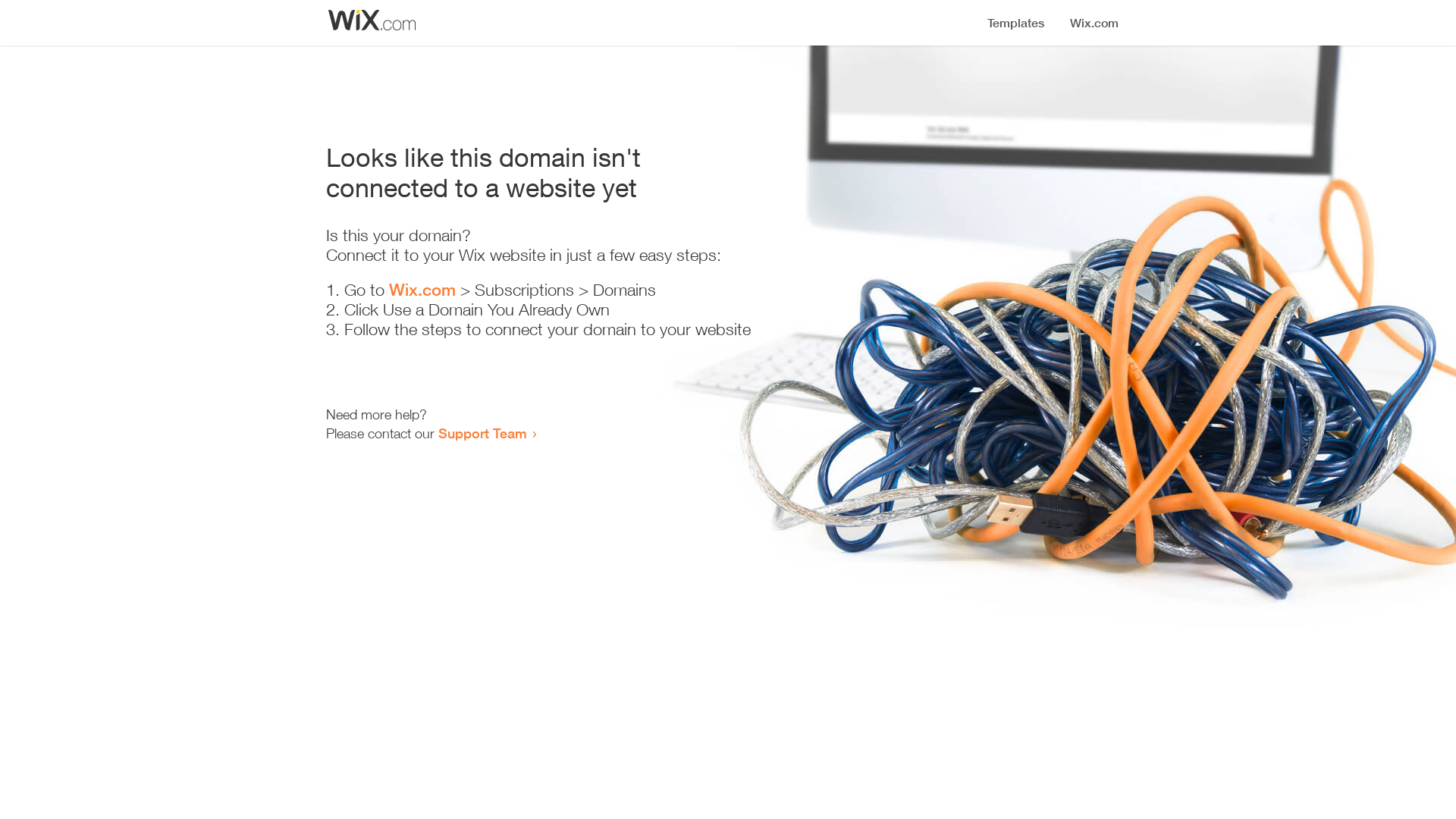 Image resolution: width=1456 pixels, height=819 pixels. Describe the element at coordinates (482, 432) in the screenshot. I see `'Support Team'` at that location.